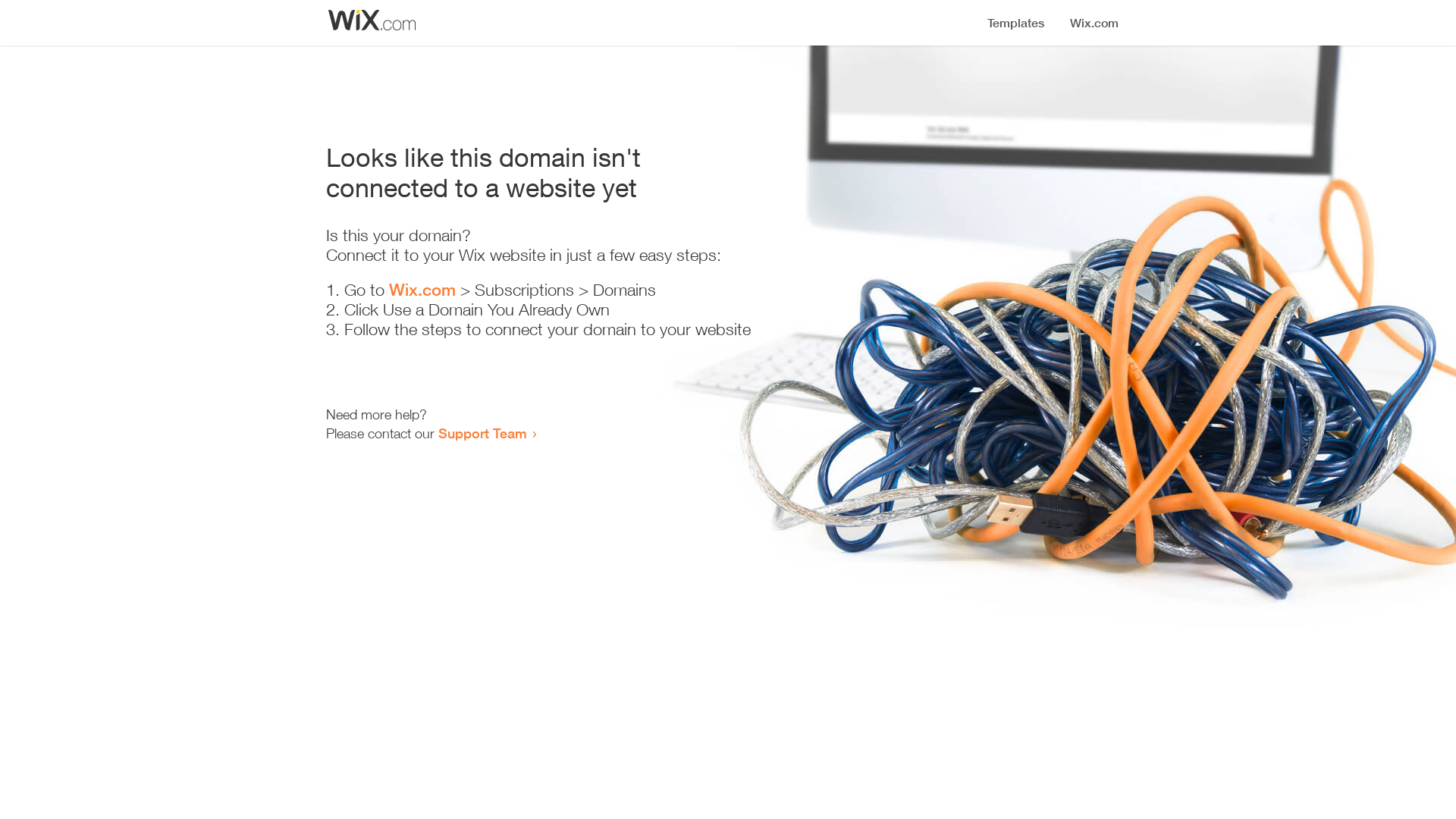 Image resolution: width=1456 pixels, height=819 pixels. Describe the element at coordinates (482, 432) in the screenshot. I see `'Support Team'` at that location.